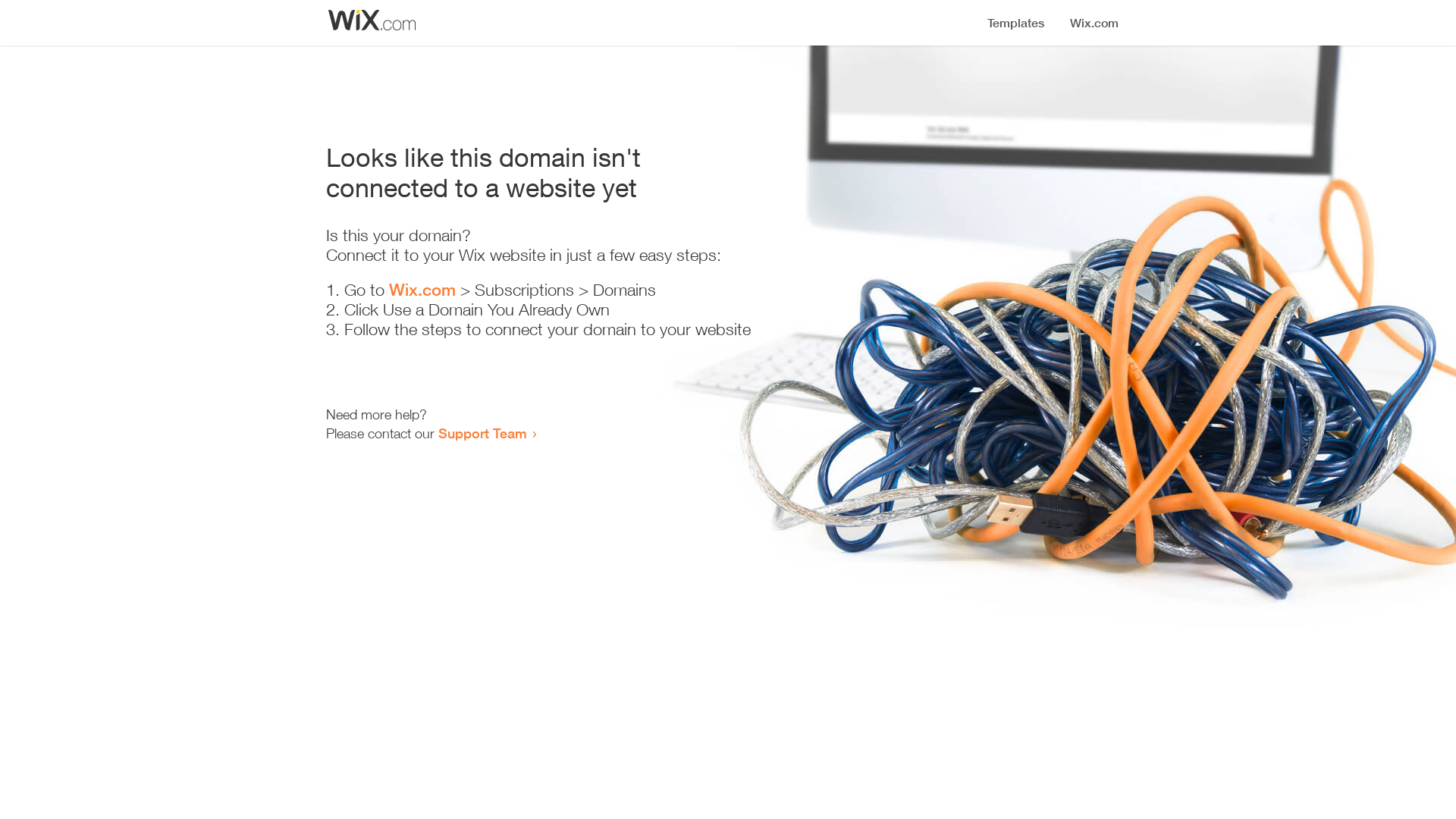 Image resolution: width=1456 pixels, height=819 pixels. Describe the element at coordinates (482, 432) in the screenshot. I see `'Support Team'` at that location.